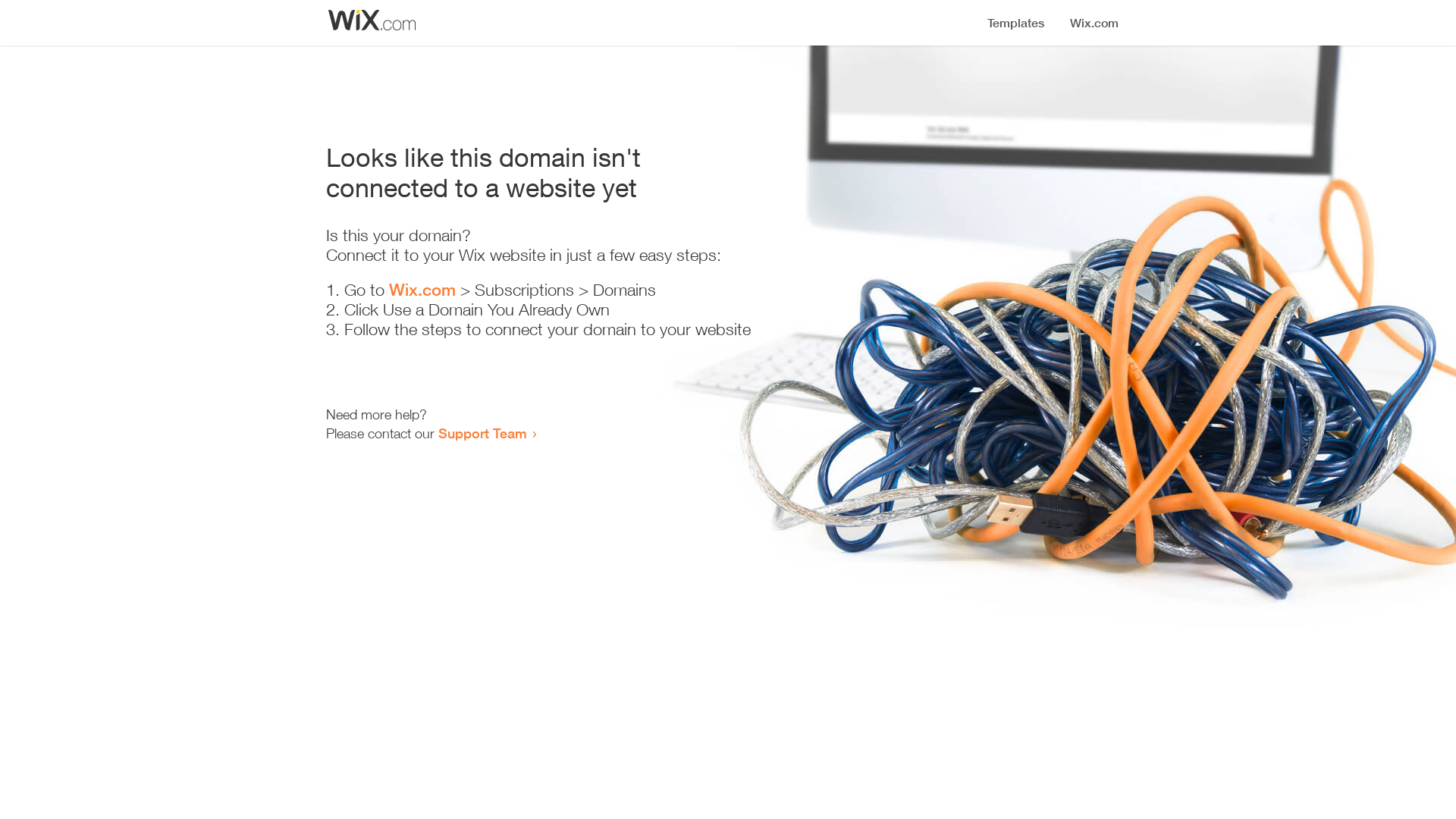 Image resolution: width=1456 pixels, height=819 pixels. Describe the element at coordinates (482, 432) in the screenshot. I see `'Support Team'` at that location.